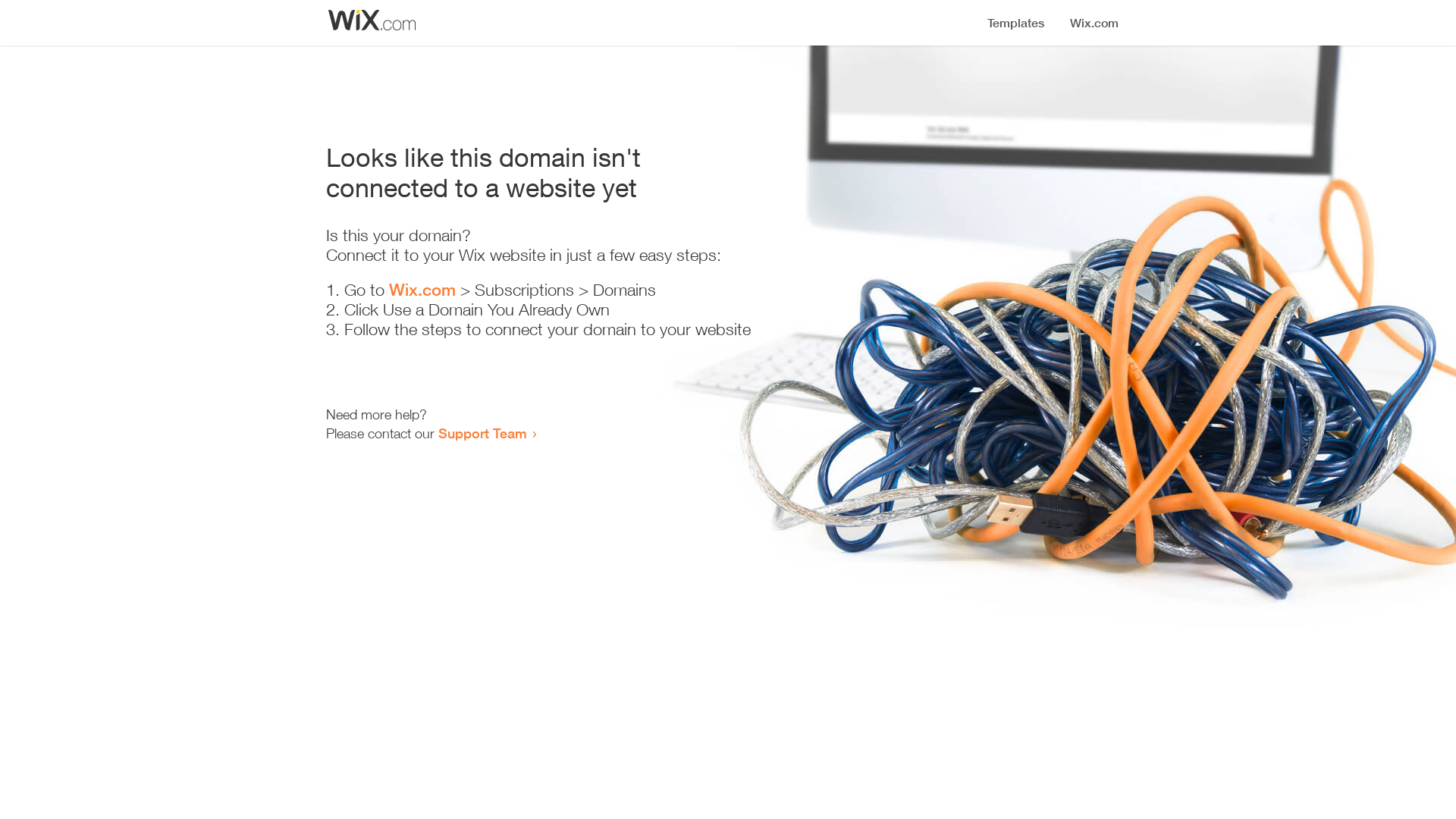 Image resolution: width=1456 pixels, height=819 pixels. Describe the element at coordinates (482, 432) in the screenshot. I see `'Support Team'` at that location.